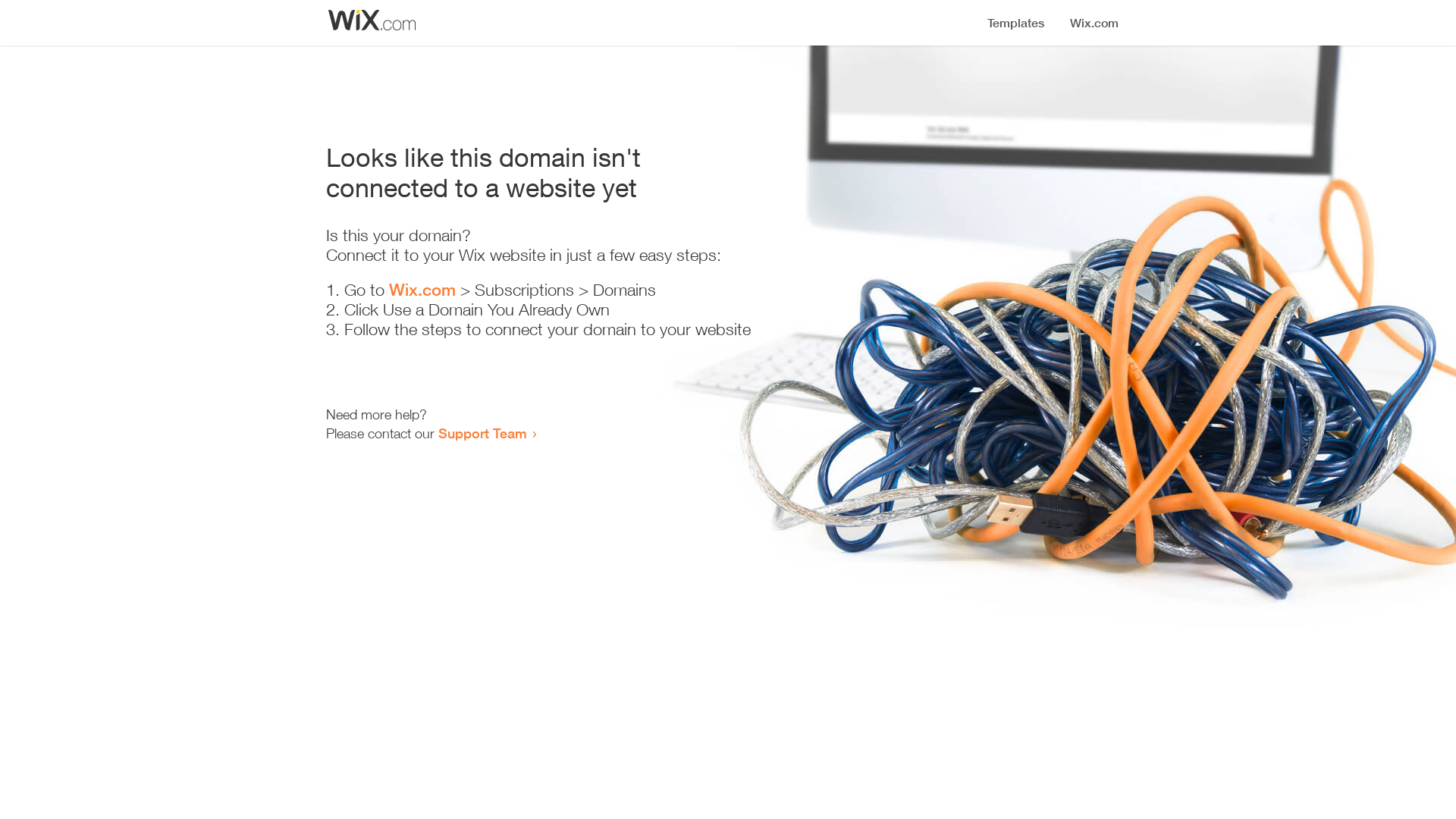 Image resolution: width=1456 pixels, height=819 pixels. Describe the element at coordinates (482, 432) in the screenshot. I see `'Support Team'` at that location.